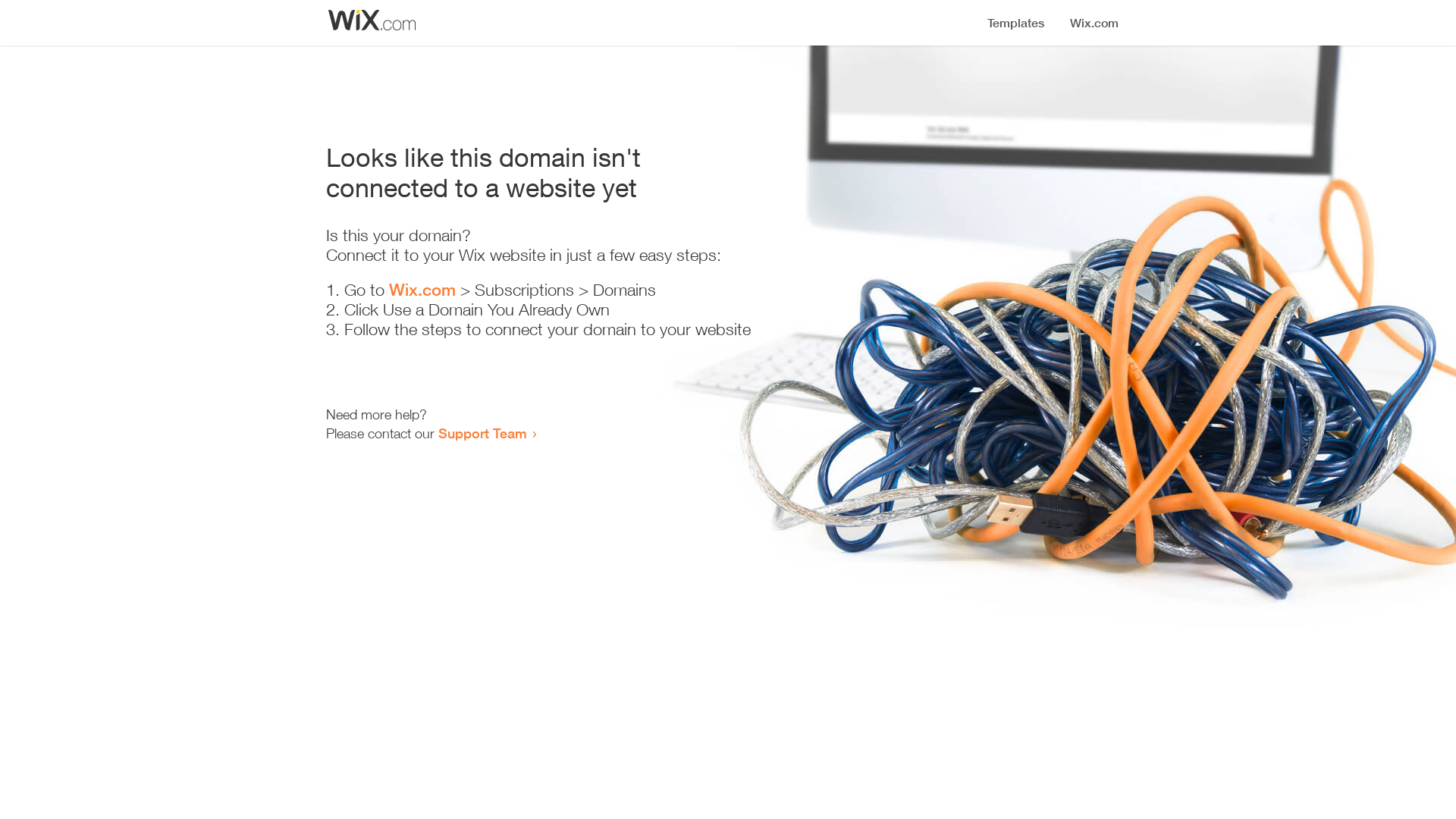 Image resolution: width=1456 pixels, height=819 pixels. Describe the element at coordinates (482, 432) in the screenshot. I see `'Support Team'` at that location.